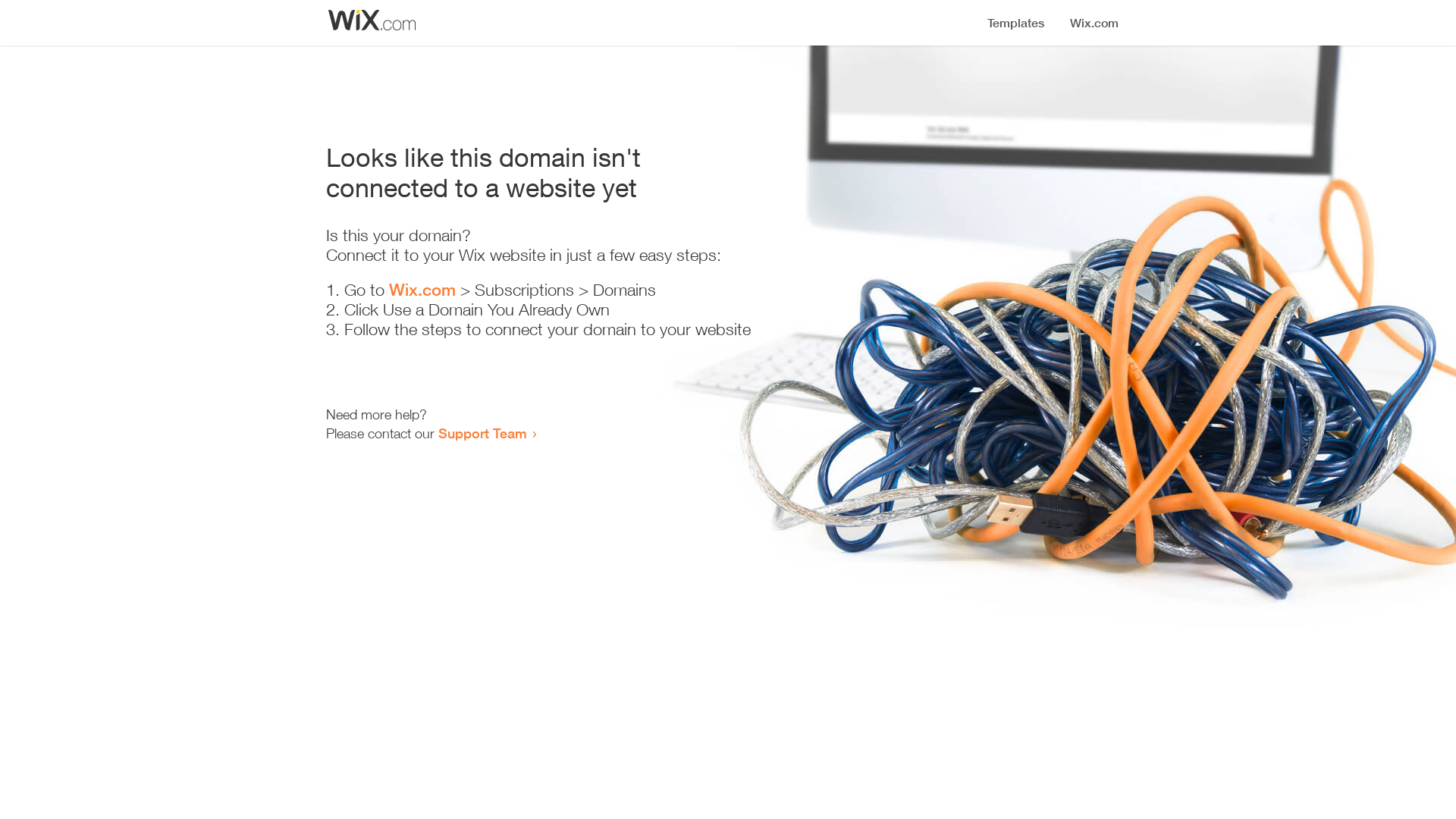 Image resolution: width=1456 pixels, height=819 pixels. Describe the element at coordinates (482, 432) in the screenshot. I see `'Support Team'` at that location.